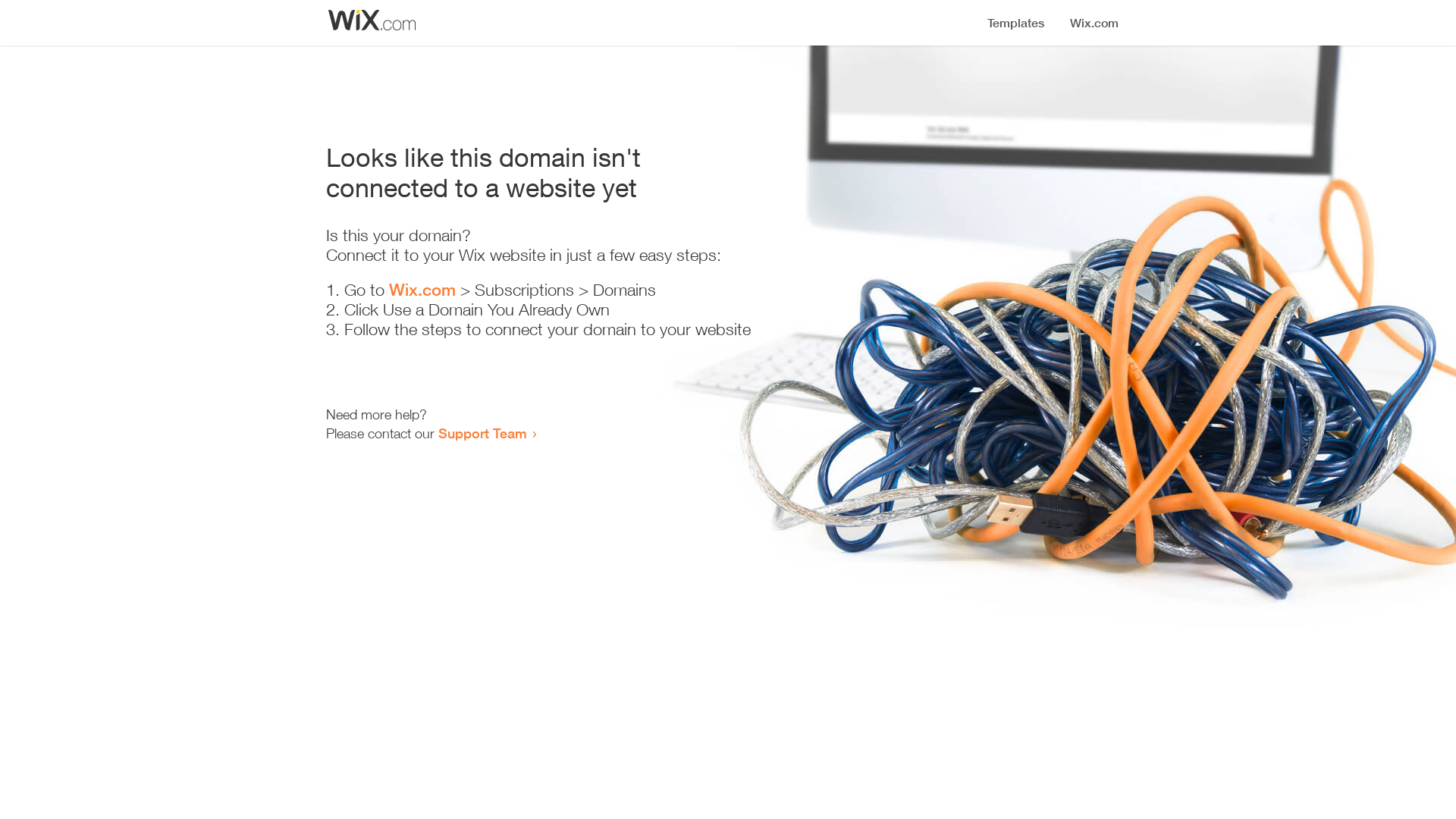 Image resolution: width=1456 pixels, height=819 pixels. Describe the element at coordinates (482, 432) in the screenshot. I see `'Support Team'` at that location.